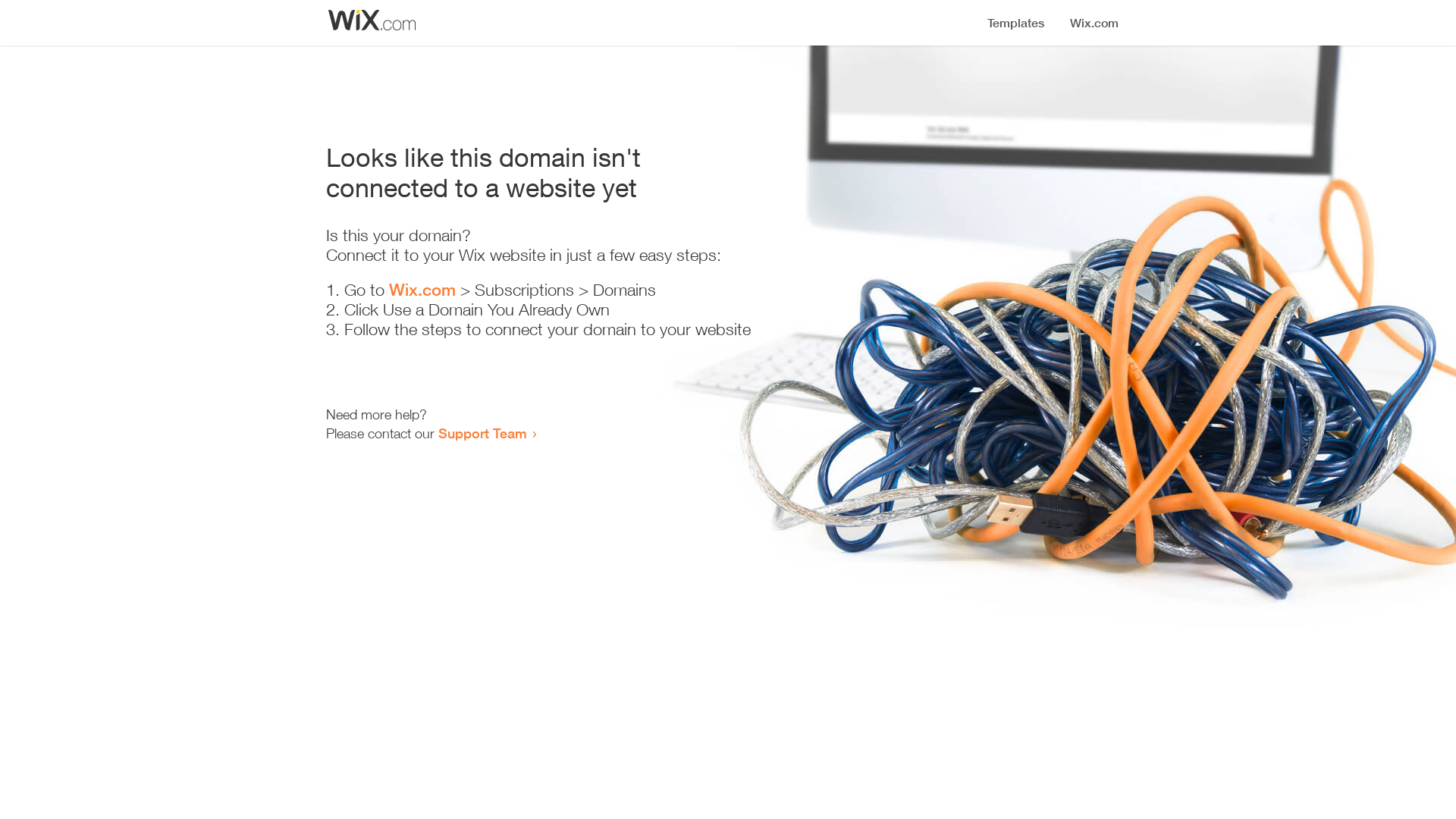 Image resolution: width=1456 pixels, height=819 pixels. Describe the element at coordinates (482, 432) in the screenshot. I see `'Support Team'` at that location.